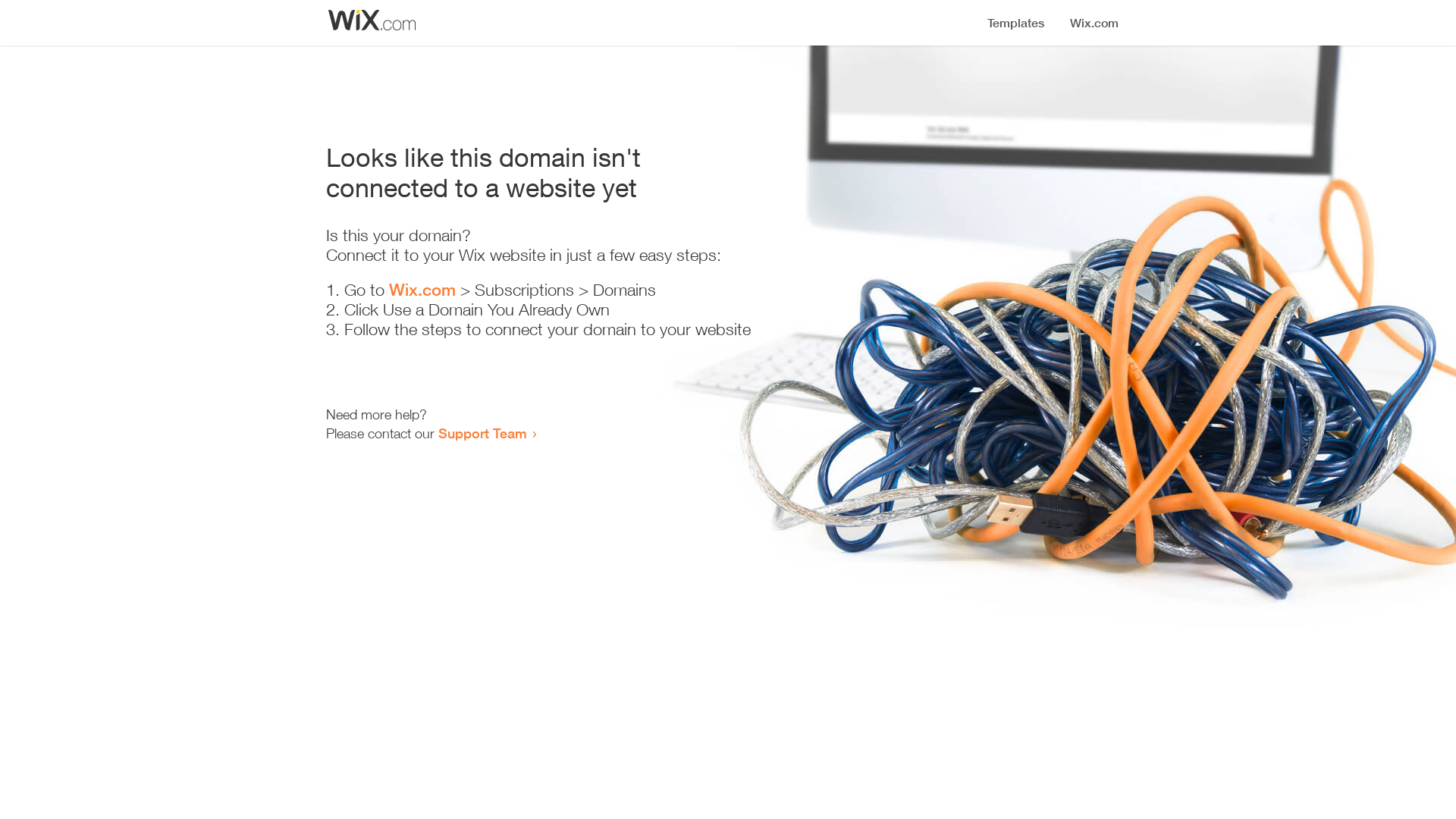 Image resolution: width=1456 pixels, height=819 pixels. Describe the element at coordinates (482, 432) in the screenshot. I see `'Support Team'` at that location.